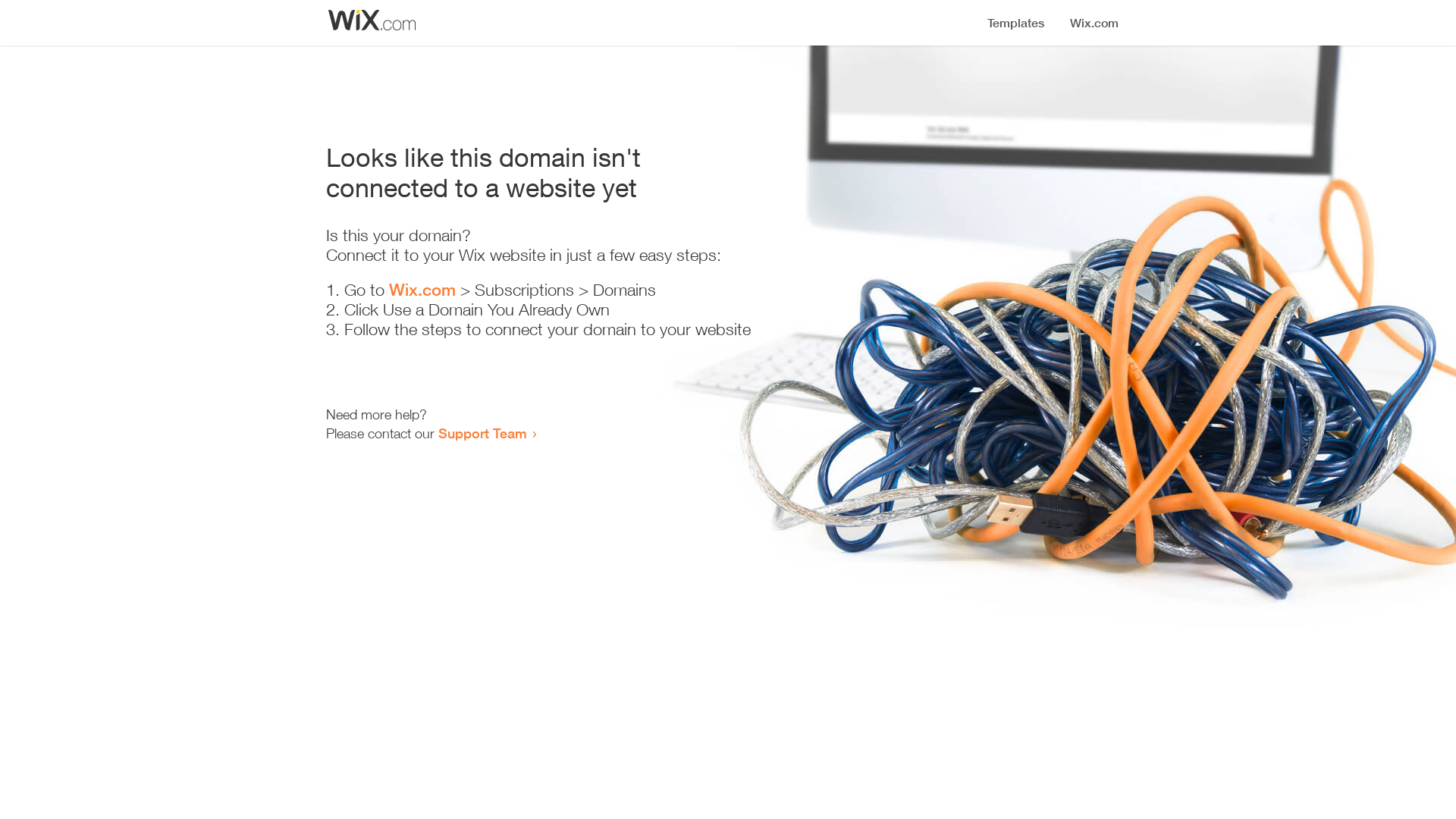 Image resolution: width=1456 pixels, height=819 pixels. Describe the element at coordinates (482, 432) in the screenshot. I see `'Support Team'` at that location.